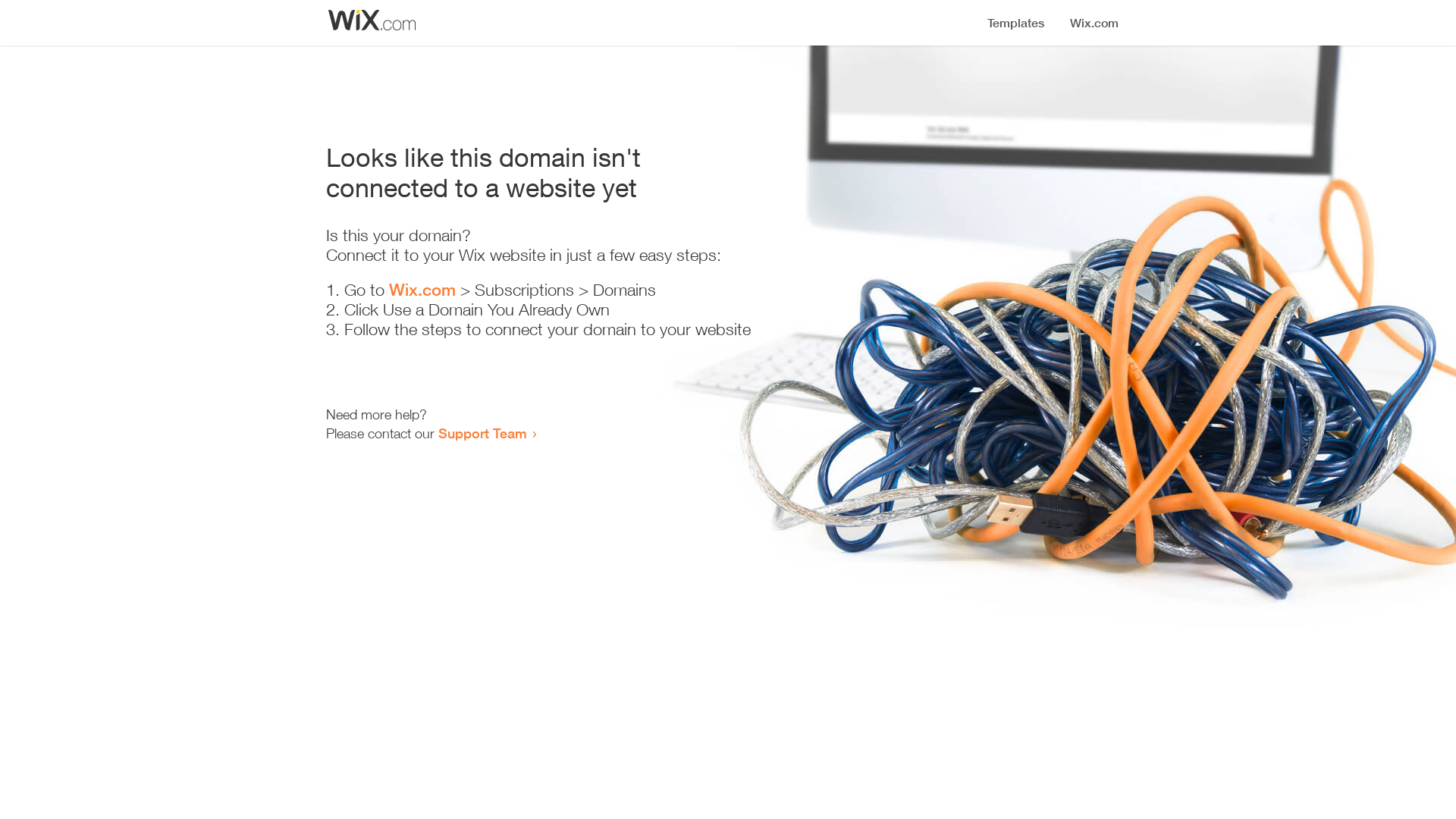 Image resolution: width=1456 pixels, height=819 pixels. Describe the element at coordinates (482, 432) in the screenshot. I see `'Support Team'` at that location.